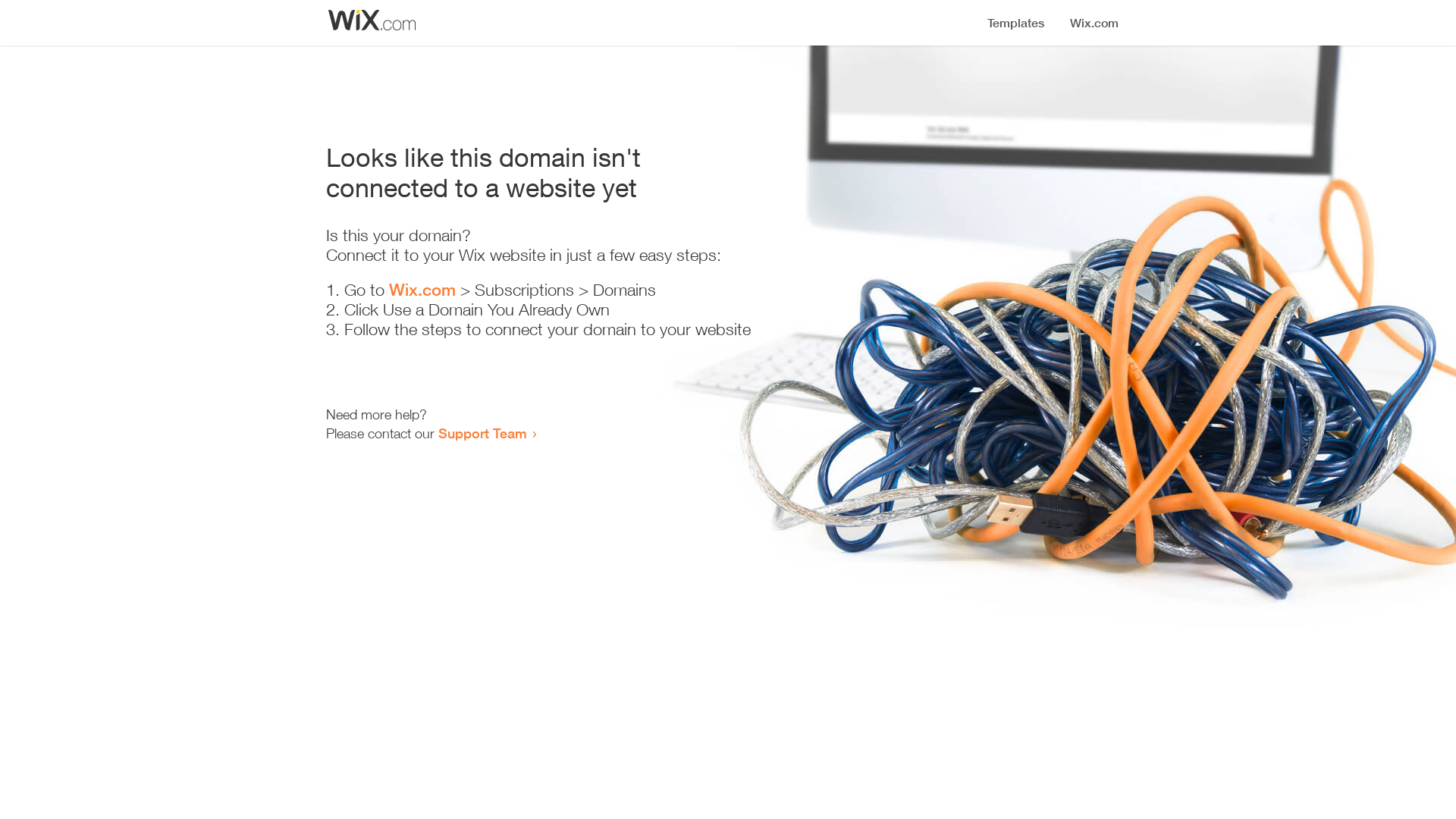 Image resolution: width=1456 pixels, height=819 pixels. Describe the element at coordinates (482, 432) in the screenshot. I see `'Support Team'` at that location.